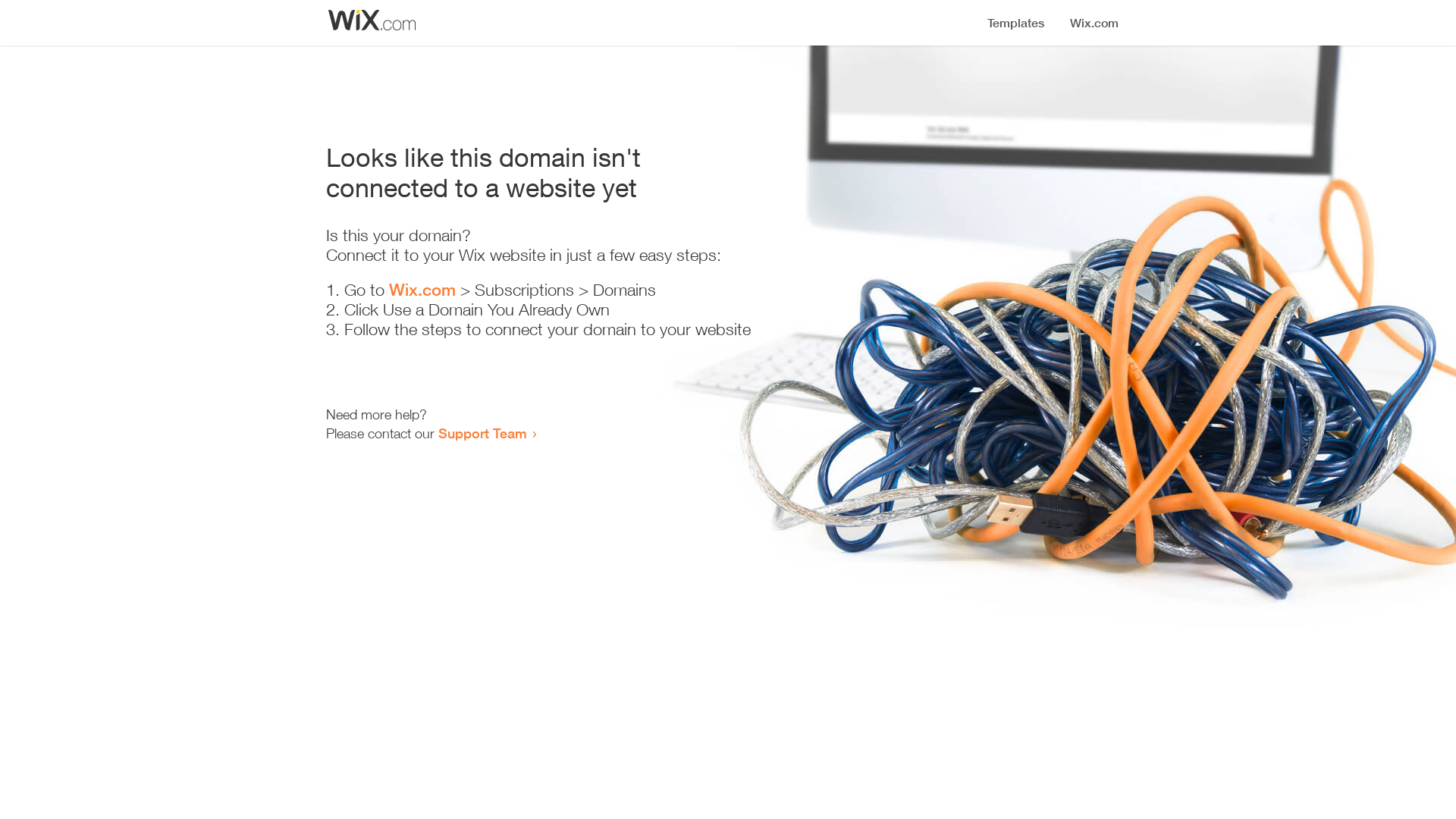 Image resolution: width=1456 pixels, height=819 pixels. Describe the element at coordinates (482, 432) in the screenshot. I see `'Support Team'` at that location.